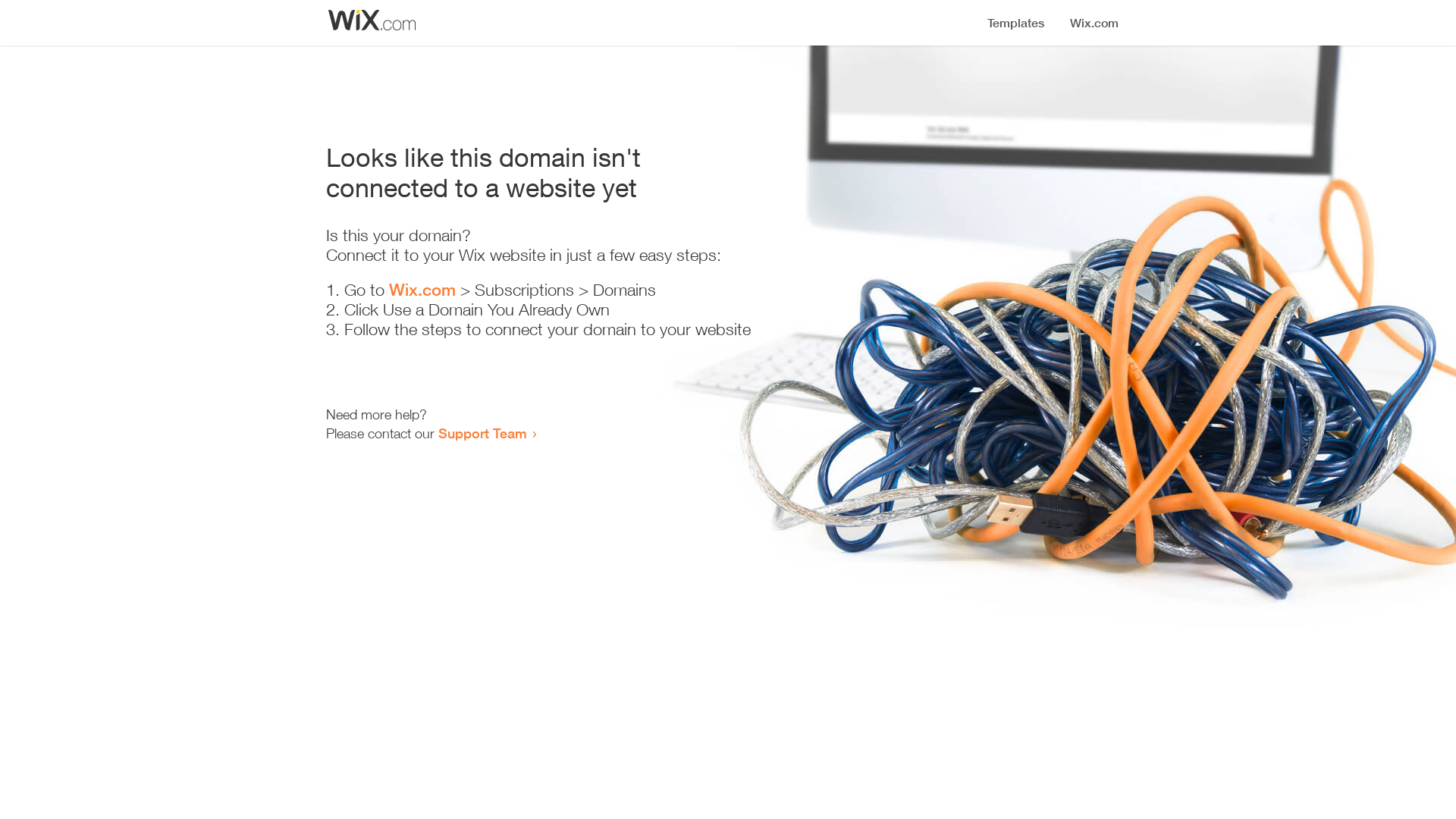 Image resolution: width=1456 pixels, height=819 pixels. Describe the element at coordinates (482, 432) in the screenshot. I see `'Support Team'` at that location.